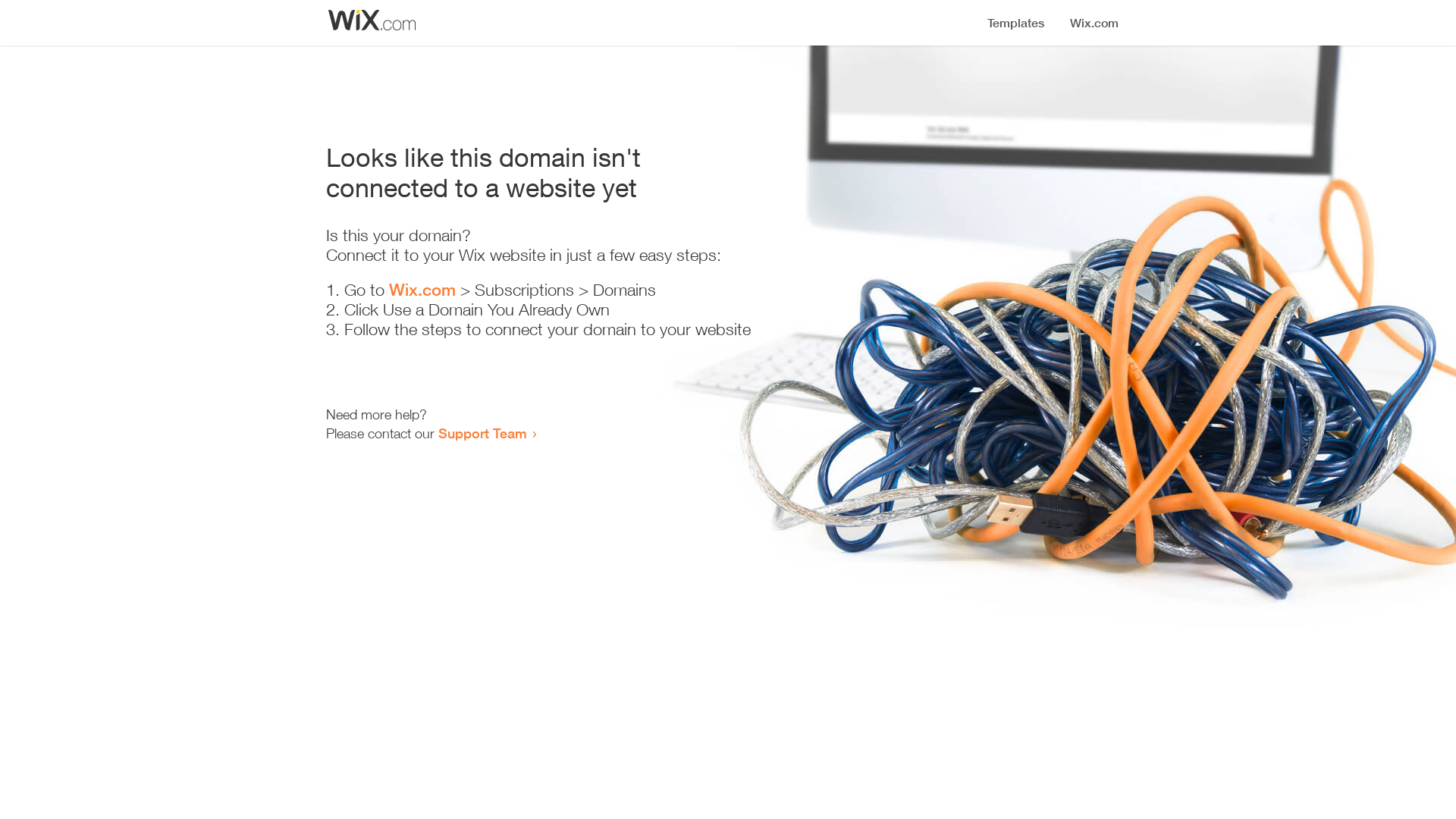 Image resolution: width=1456 pixels, height=819 pixels. Describe the element at coordinates (482, 432) in the screenshot. I see `'Support Team'` at that location.